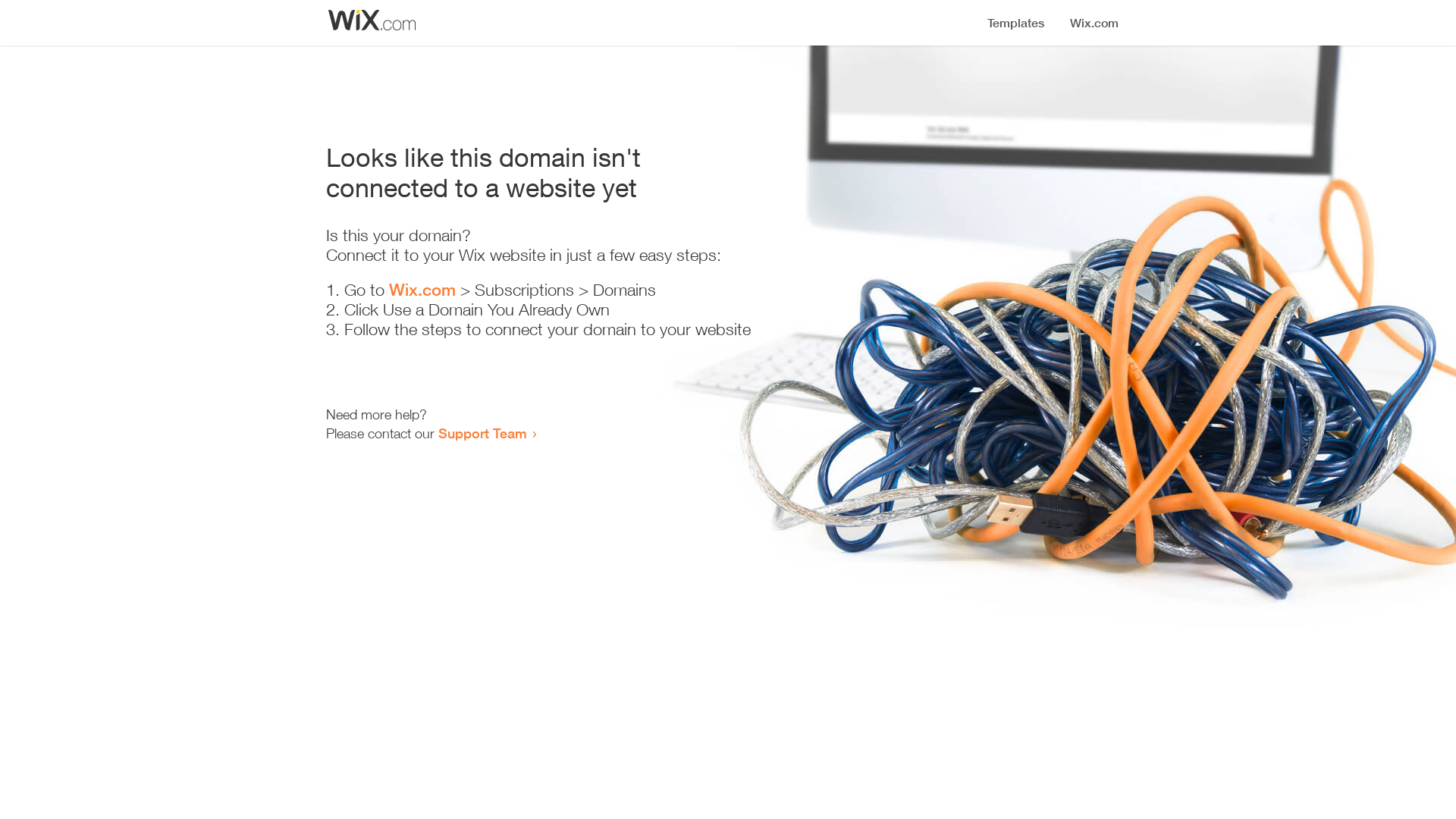 Image resolution: width=1456 pixels, height=819 pixels. Describe the element at coordinates (482, 432) in the screenshot. I see `'Support Team'` at that location.